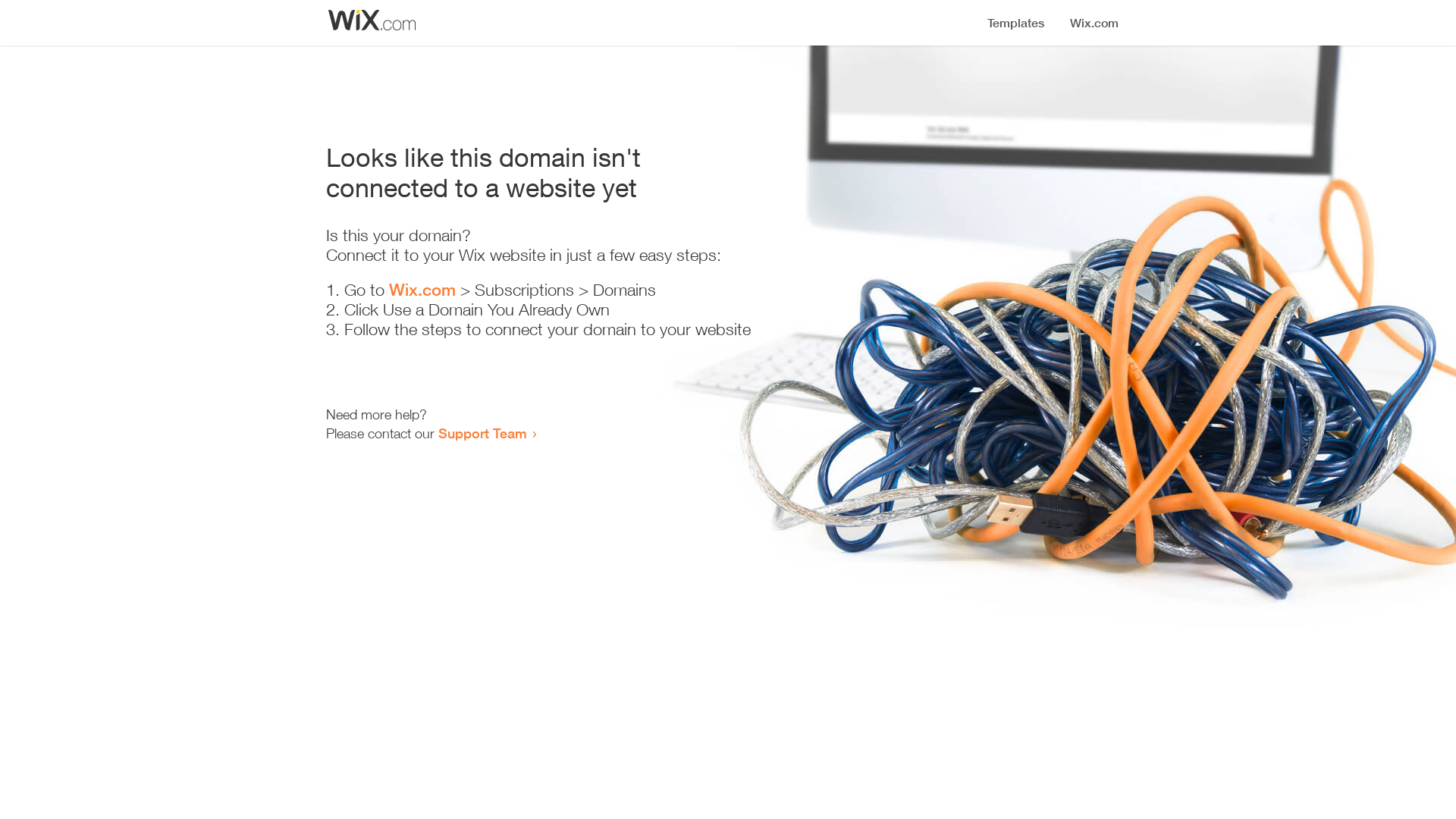 Image resolution: width=1456 pixels, height=819 pixels. Describe the element at coordinates (482, 432) in the screenshot. I see `'Support Team'` at that location.